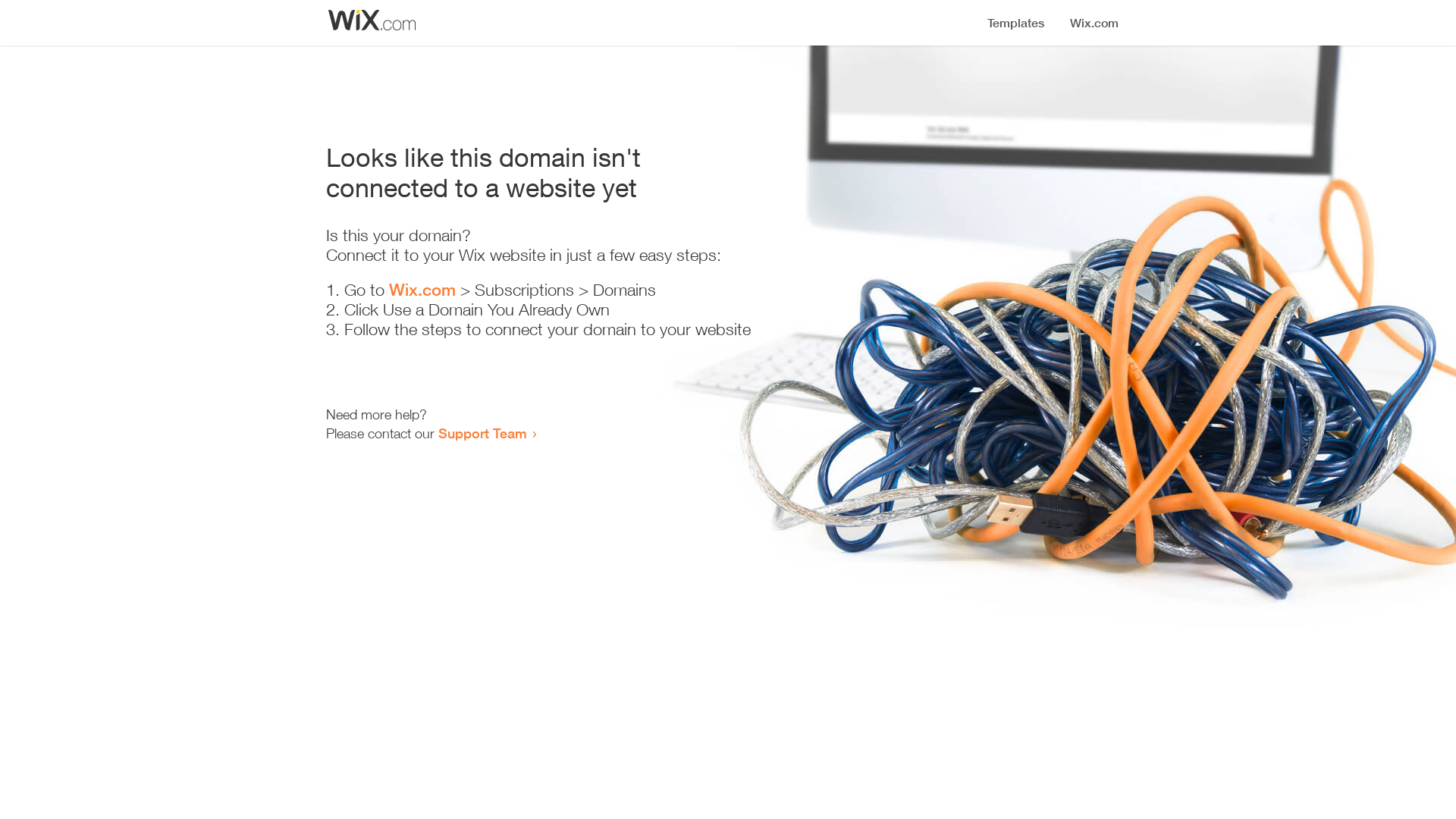 Image resolution: width=1456 pixels, height=819 pixels. Describe the element at coordinates (482, 432) in the screenshot. I see `'Support Team'` at that location.